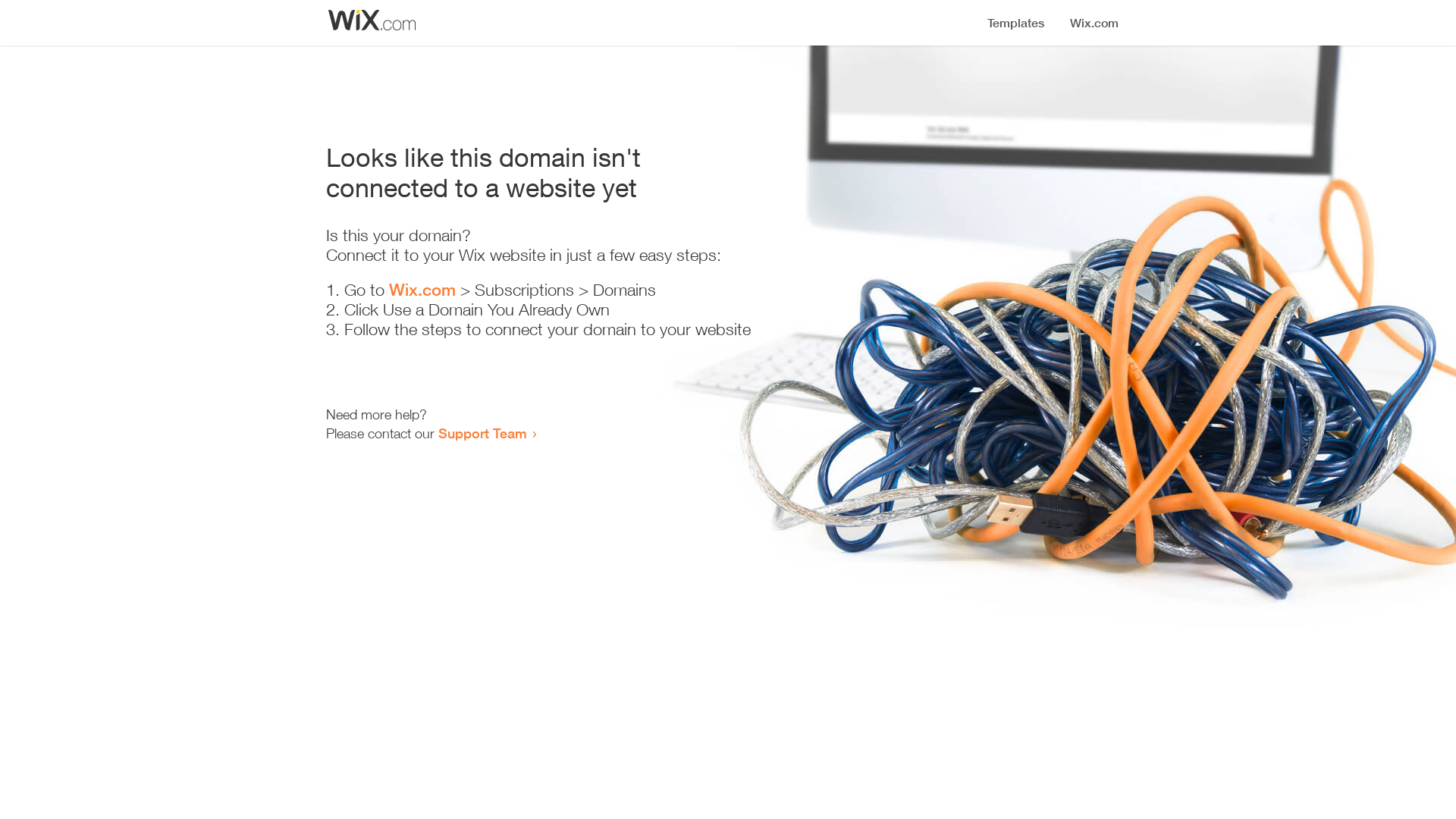 Image resolution: width=1456 pixels, height=819 pixels. Describe the element at coordinates (482, 432) in the screenshot. I see `'Support Team'` at that location.